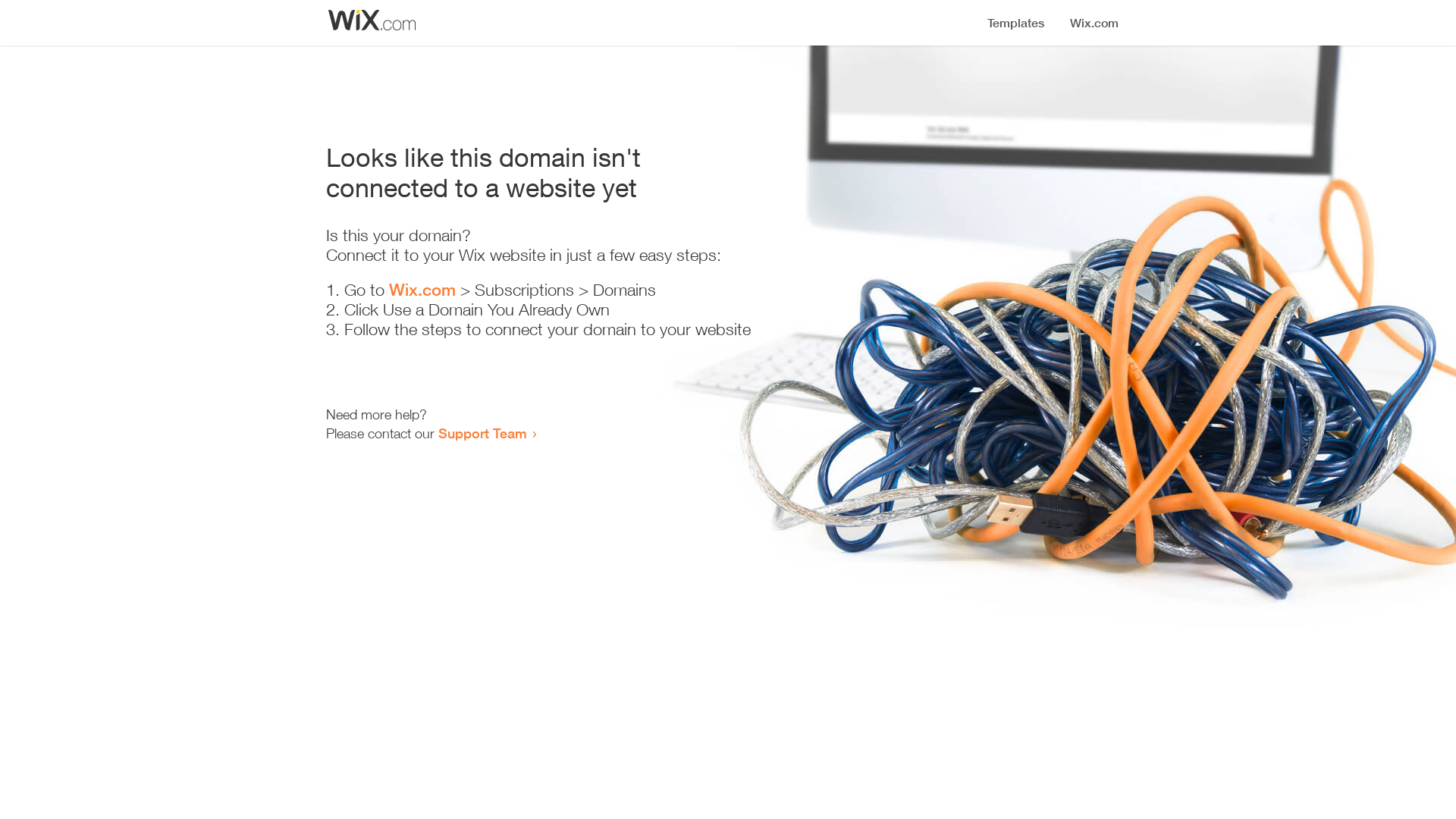 Image resolution: width=1456 pixels, height=819 pixels. Describe the element at coordinates (482, 432) in the screenshot. I see `'Support Team'` at that location.